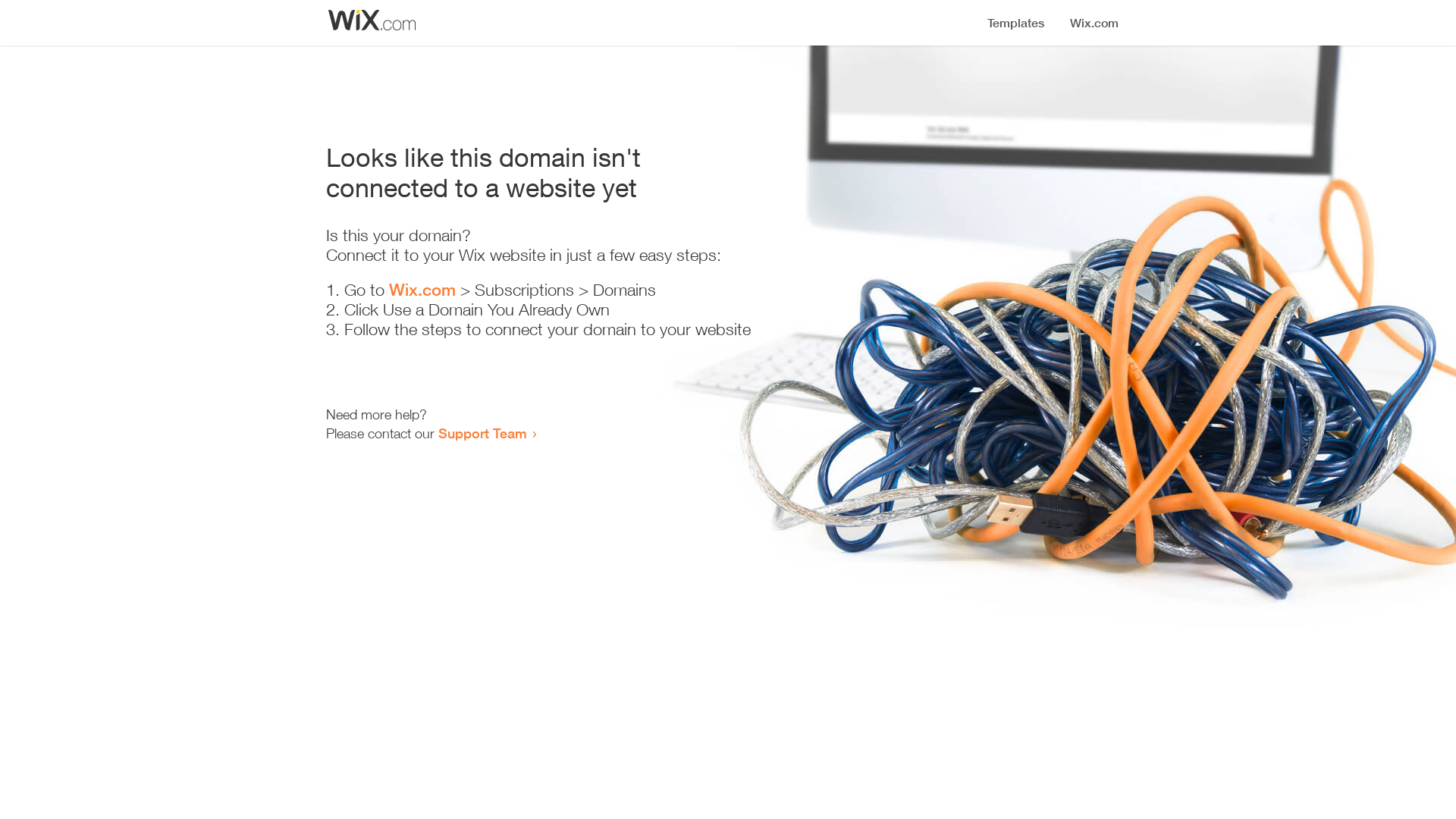 Image resolution: width=1456 pixels, height=819 pixels. Describe the element at coordinates (482, 432) in the screenshot. I see `'Support Team'` at that location.